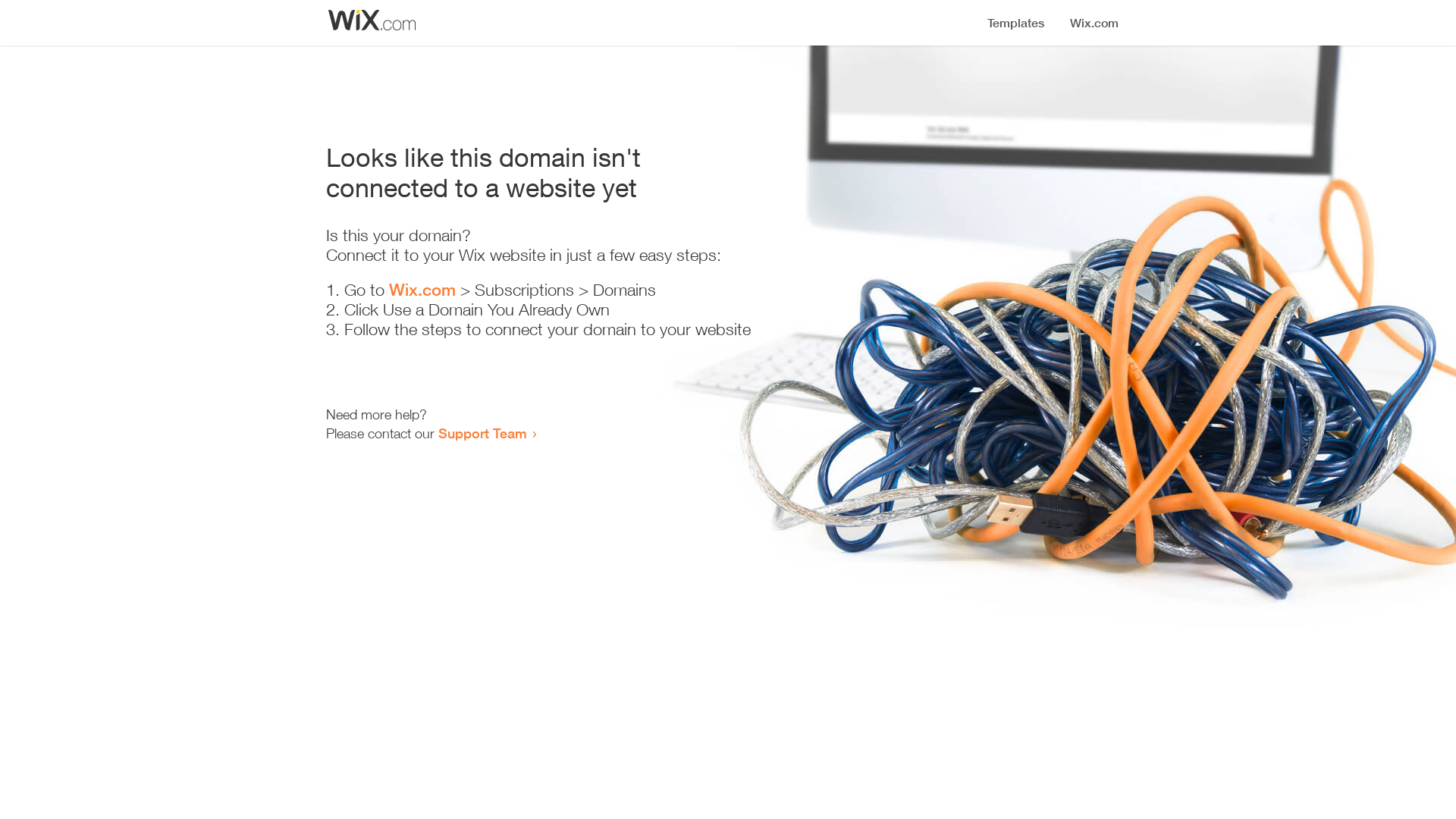 Image resolution: width=1456 pixels, height=819 pixels. Describe the element at coordinates (482, 432) in the screenshot. I see `'Support Team'` at that location.